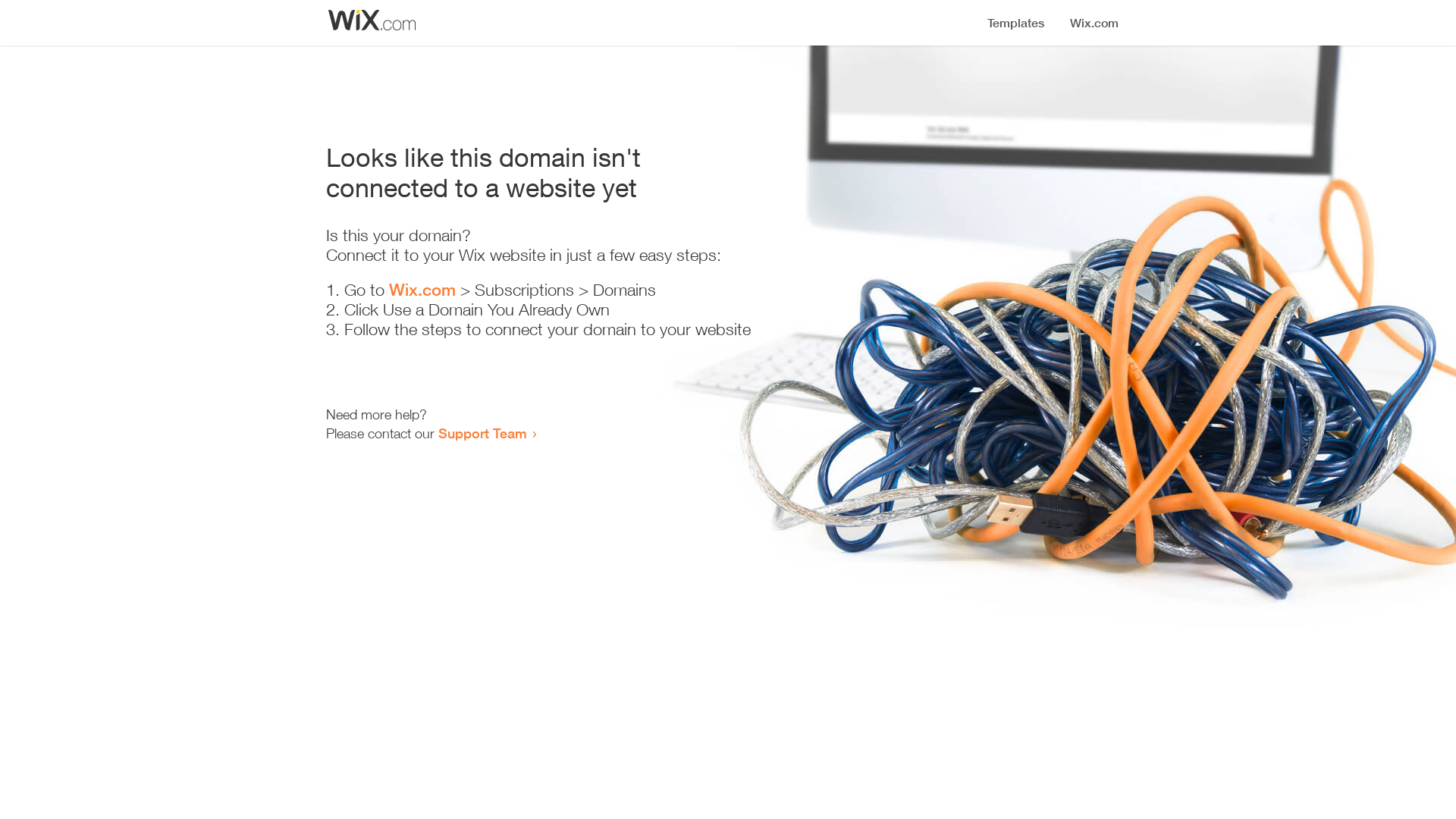 Image resolution: width=1456 pixels, height=819 pixels. Describe the element at coordinates (482, 432) in the screenshot. I see `'Support Team'` at that location.